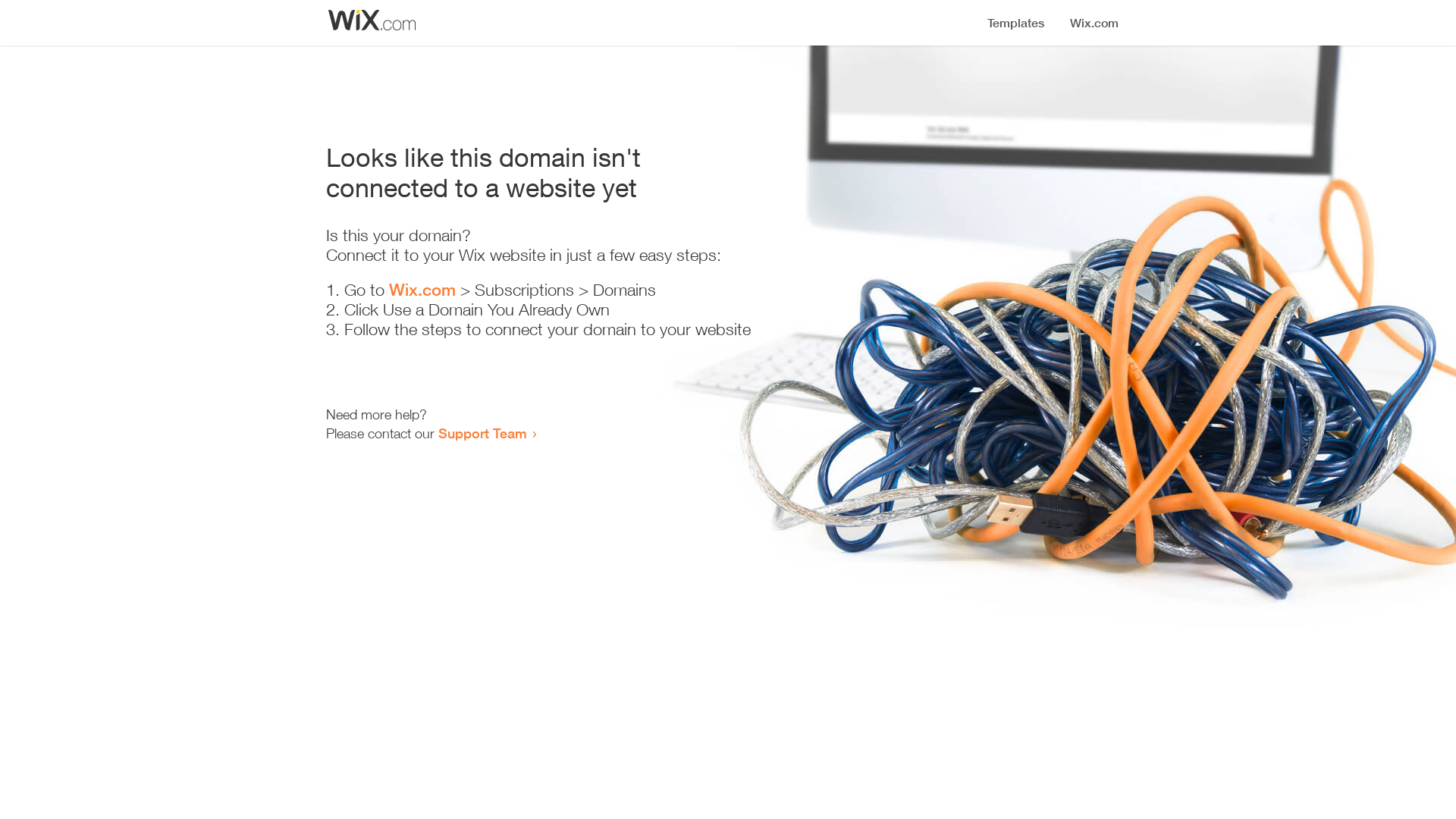 Image resolution: width=1456 pixels, height=819 pixels. Describe the element at coordinates (482, 432) in the screenshot. I see `'Support Team'` at that location.